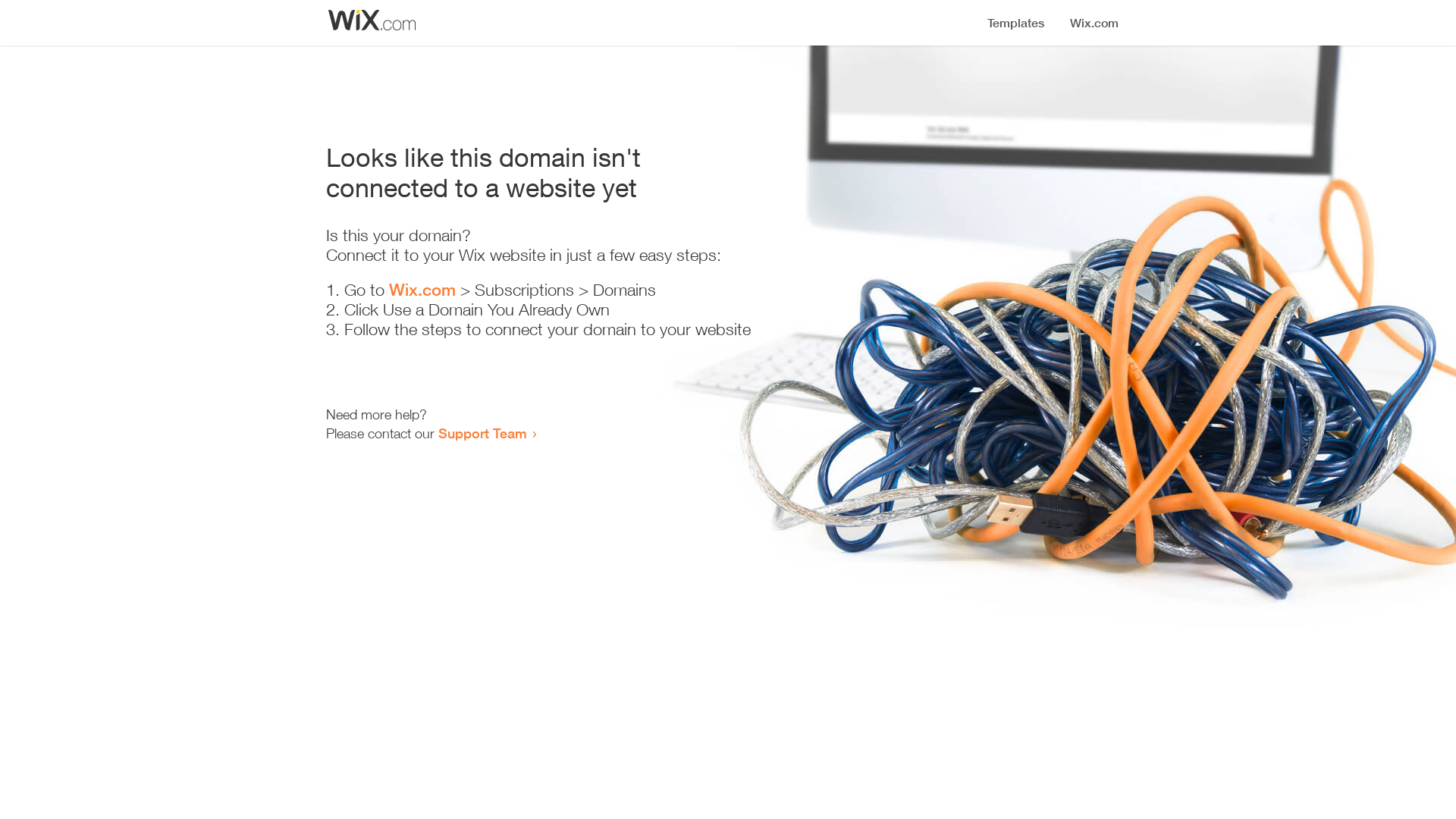 Image resolution: width=1456 pixels, height=819 pixels. Describe the element at coordinates (482, 432) in the screenshot. I see `'Support Team'` at that location.